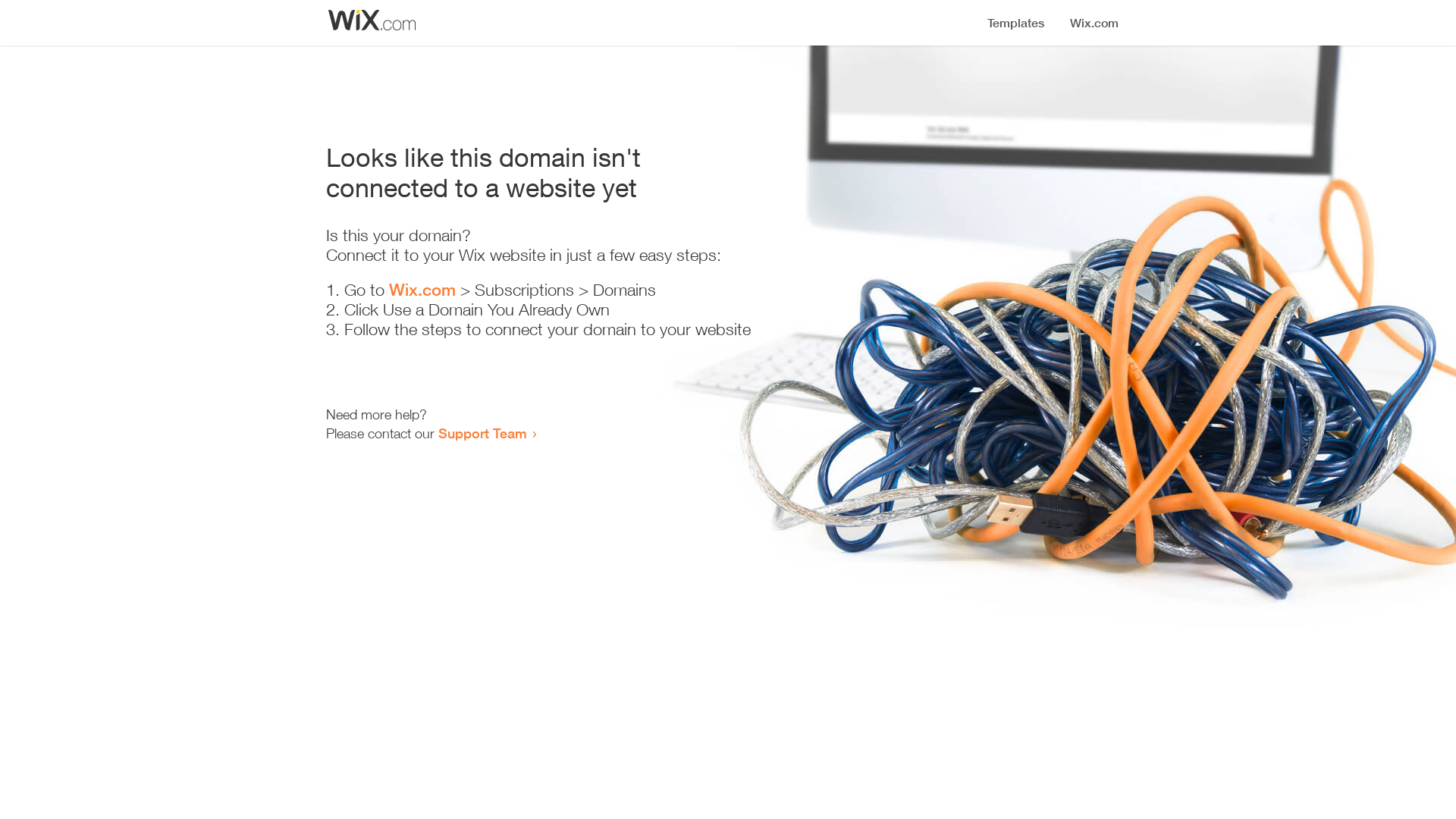 Image resolution: width=1456 pixels, height=819 pixels. Describe the element at coordinates (482, 432) in the screenshot. I see `'Support Team'` at that location.